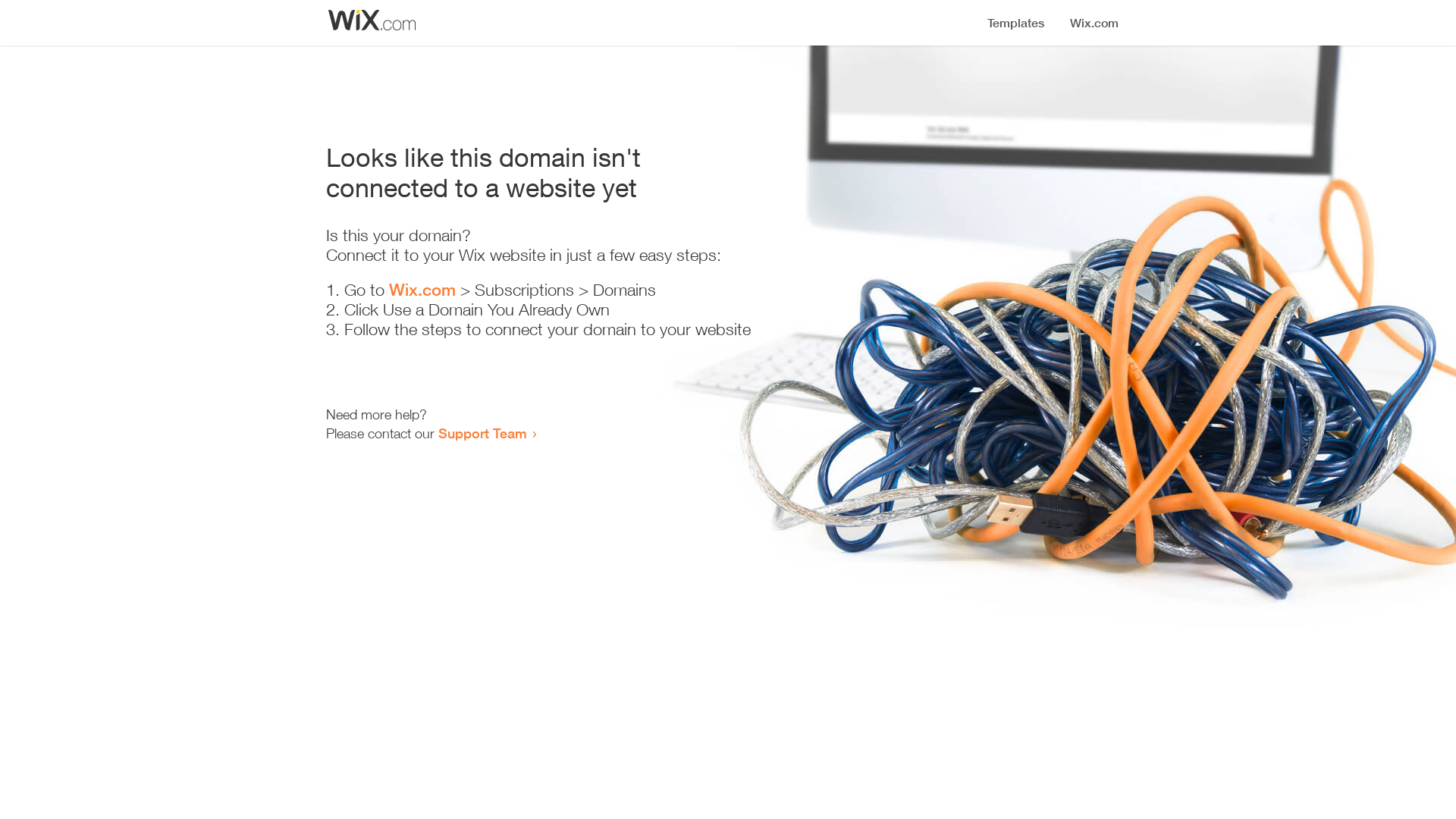 Image resolution: width=1456 pixels, height=819 pixels. Describe the element at coordinates (482, 432) in the screenshot. I see `'Support Team'` at that location.